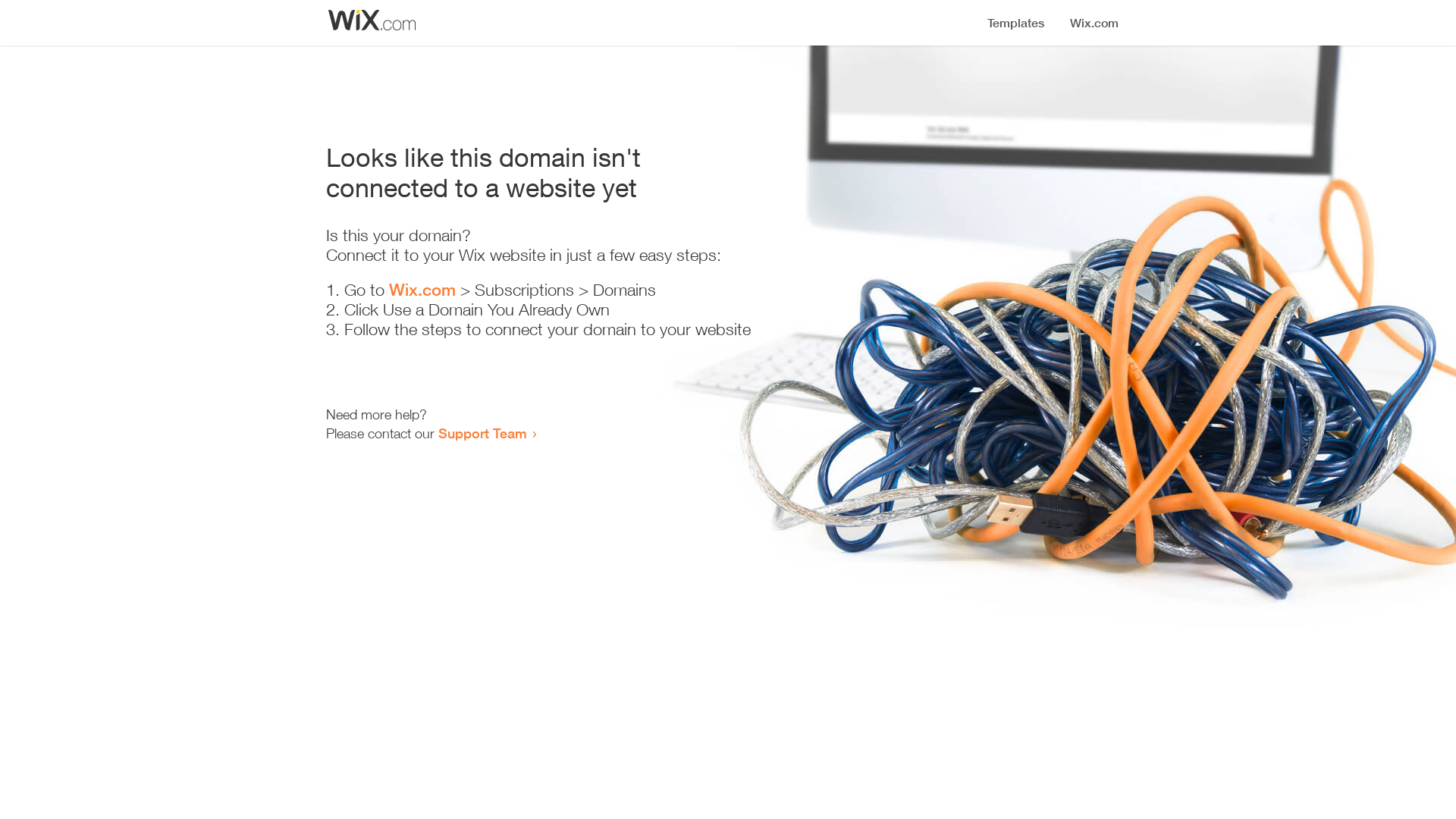 Image resolution: width=1456 pixels, height=819 pixels. Describe the element at coordinates (482, 432) in the screenshot. I see `'Support Team'` at that location.